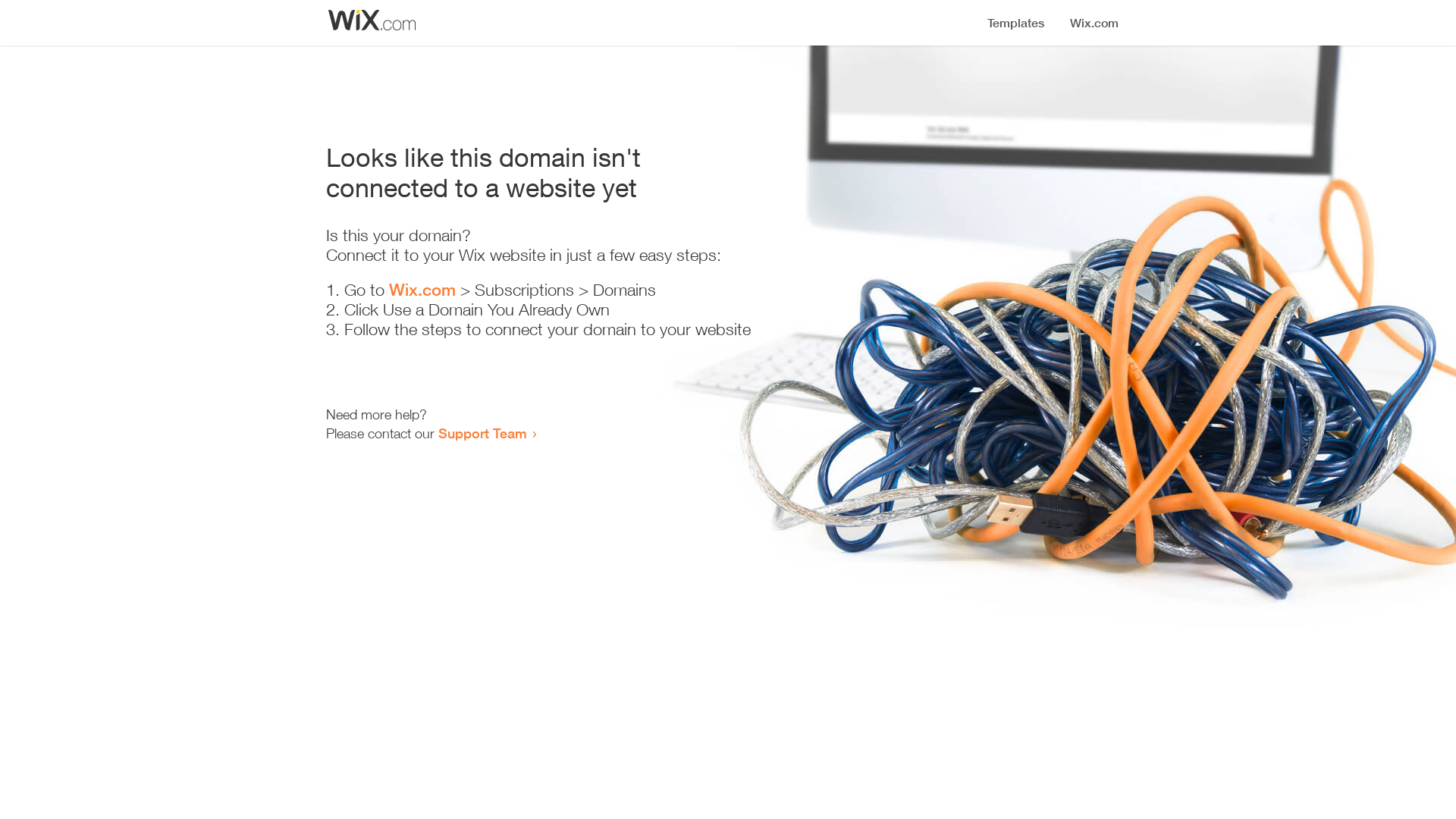 Image resolution: width=1456 pixels, height=819 pixels. Describe the element at coordinates (482, 432) in the screenshot. I see `'Support Team'` at that location.